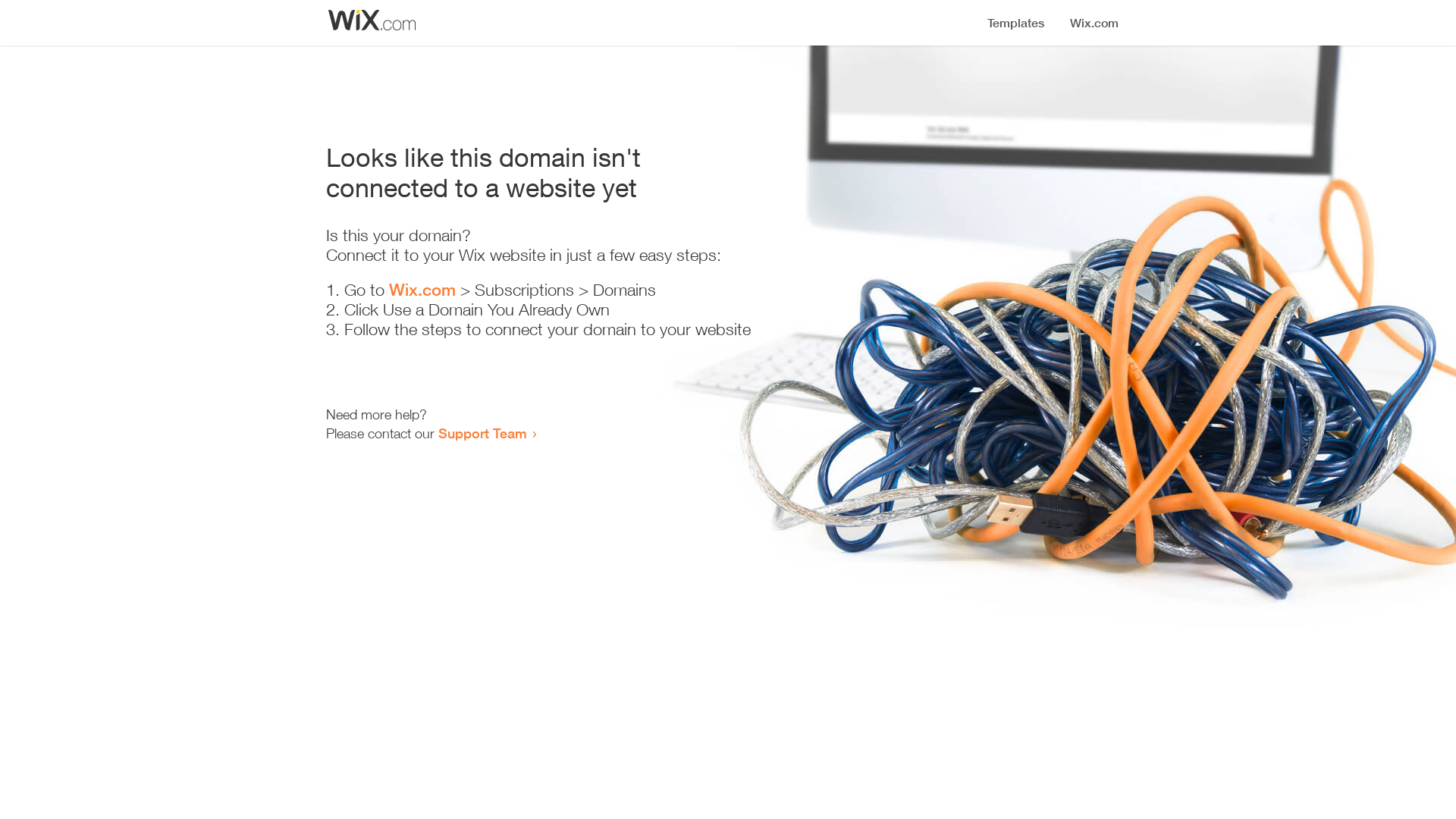 Image resolution: width=1456 pixels, height=819 pixels. Describe the element at coordinates (482, 432) in the screenshot. I see `'Support Team'` at that location.